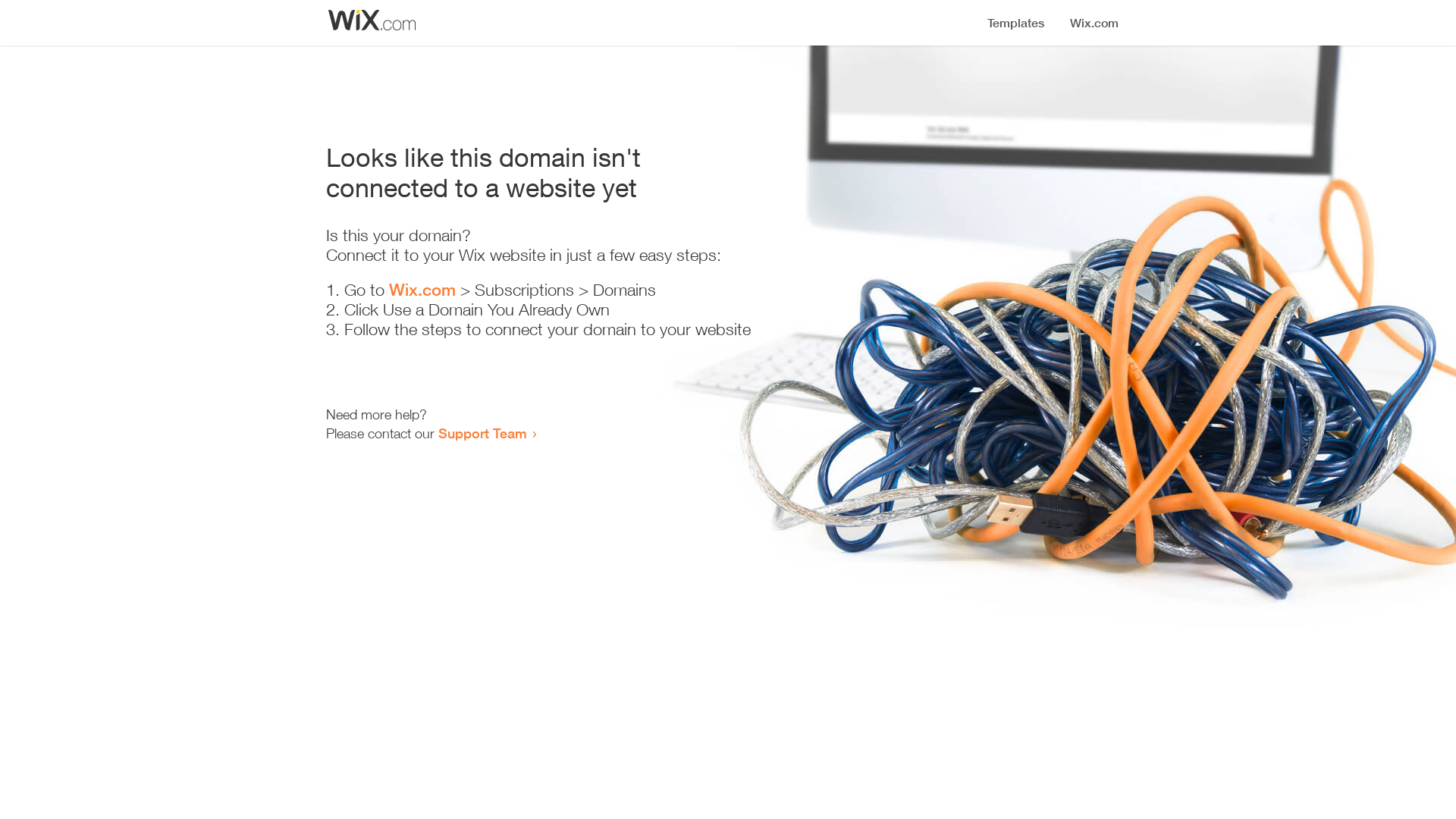 Image resolution: width=1456 pixels, height=819 pixels. Describe the element at coordinates (482, 432) in the screenshot. I see `'Support Team'` at that location.